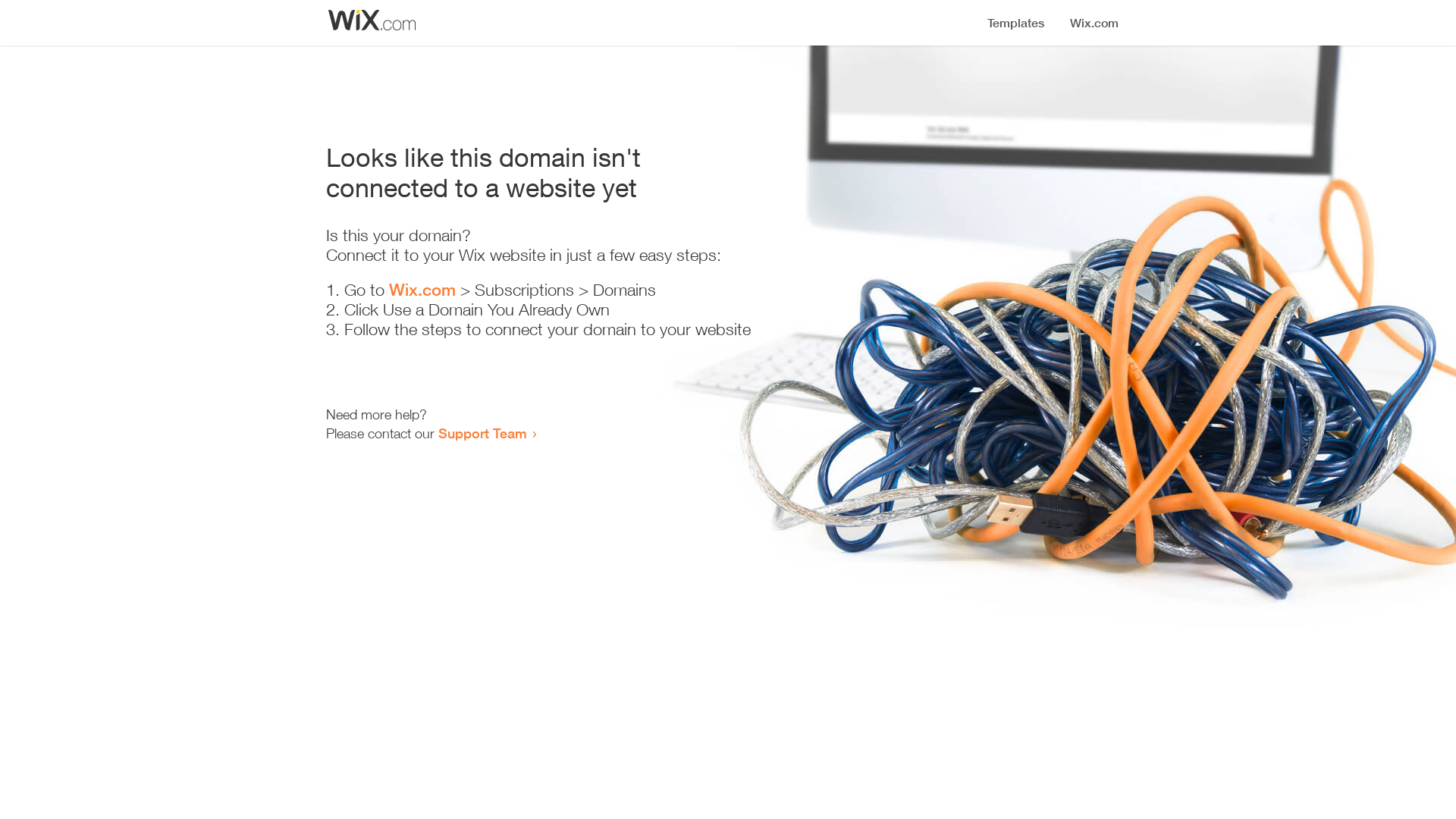 Image resolution: width=1456 pixels, height=819 pixels. Describe the element at coordinates (482, 432) in the screenshot. I see `'Support Team'` at that location.